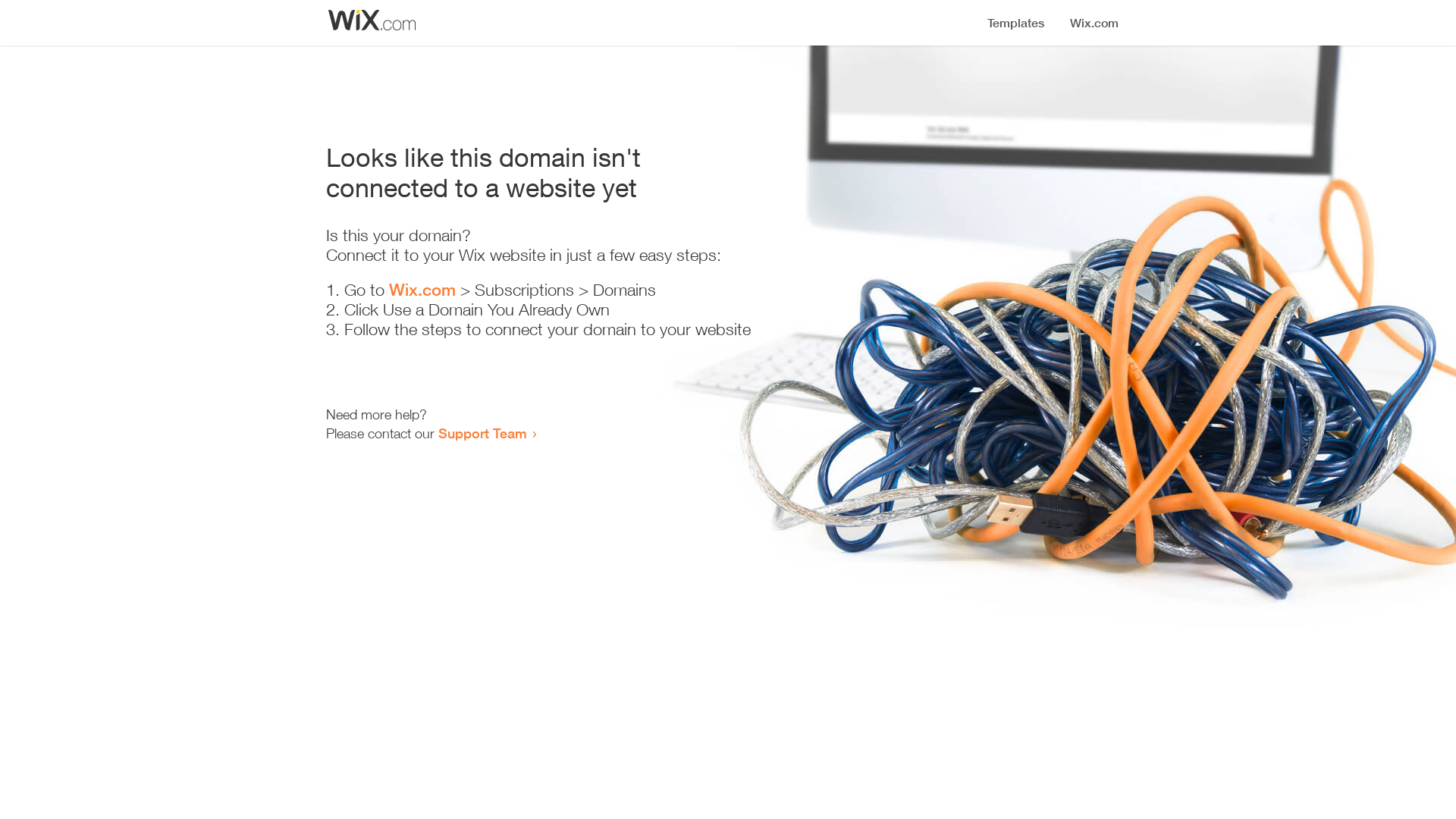 Image resolution: width=1456 pixels, height=819 pixels. Describe the element at coordinates (482, 432) in the screenshot. I see `'Support Team'` at that location.